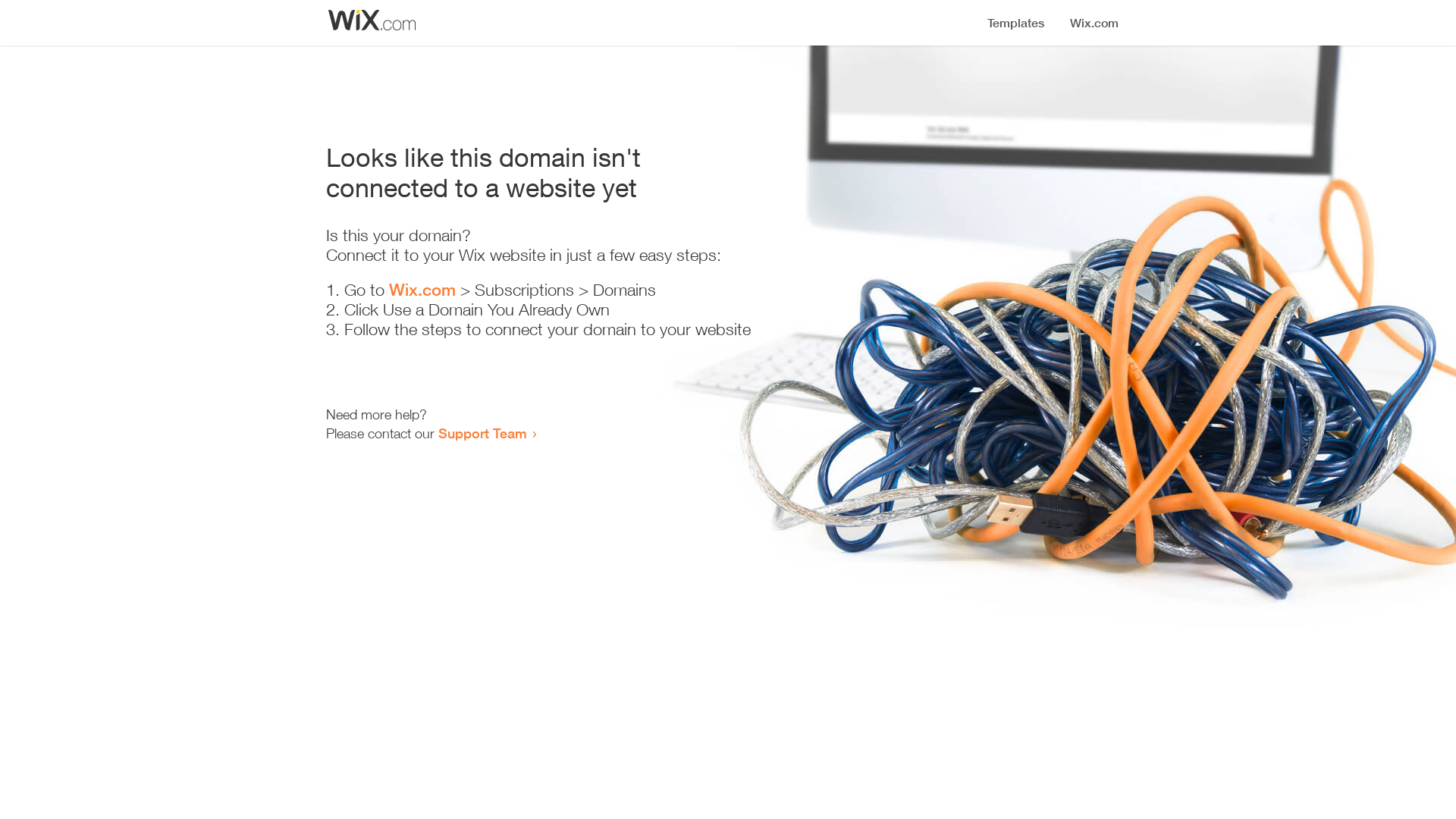 Image resolution: width=1456 pixels, height=819 pixels. Describe the element at coordinates (482, 432) in the screenshot. I see `'Support Team'` at that location.